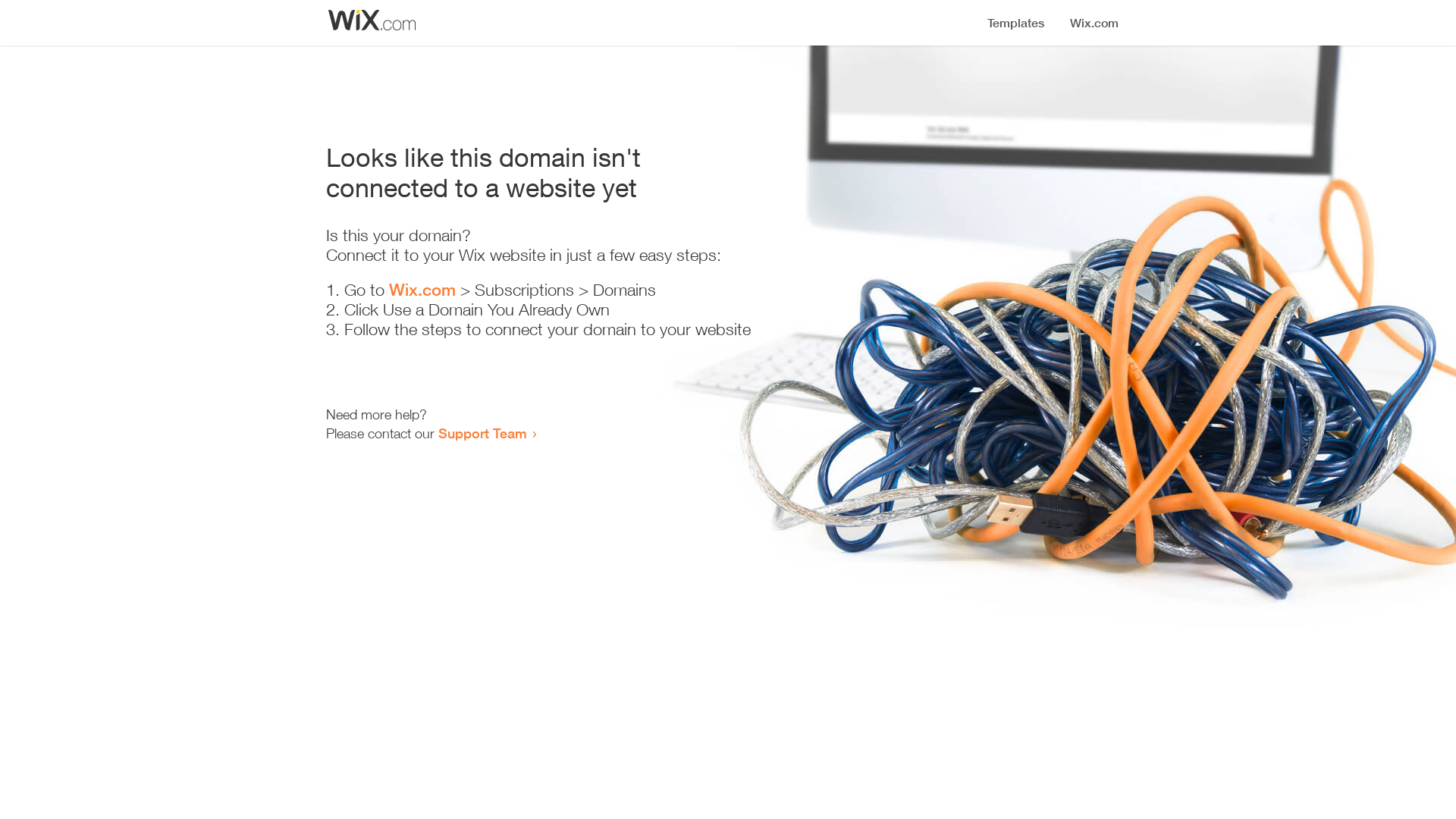 Image resolution: width=1456 pixels, height=819 pixels. Describe the element at coordinates (482, 432) in the screenshot. I see `'Support Team'` at that location.